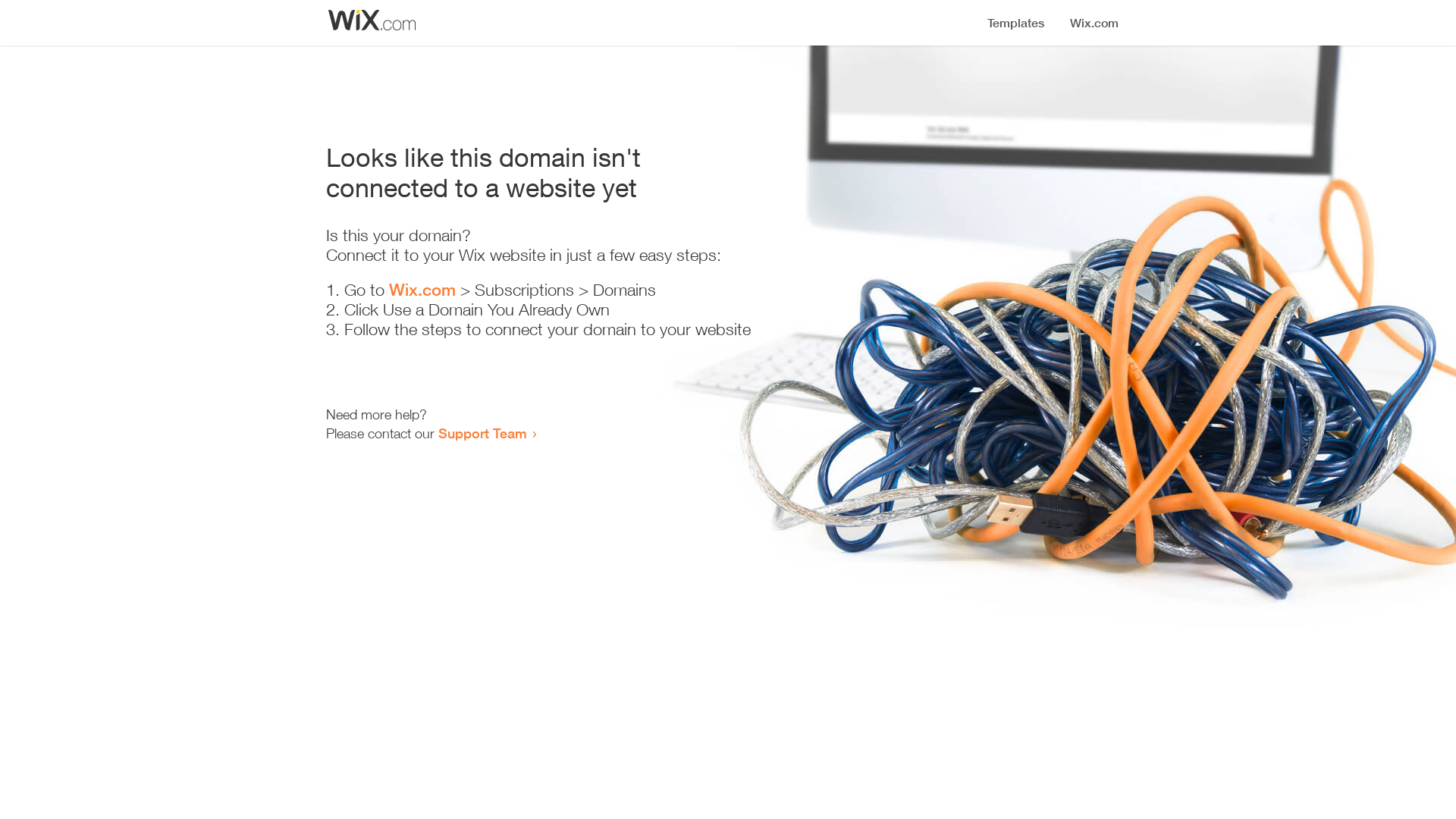 Image resolution: width=1456 pixels, height=819 pixels. Describe the element at coordinates (482, 432) in the screenshot. I see `'Support Team'` at that location.